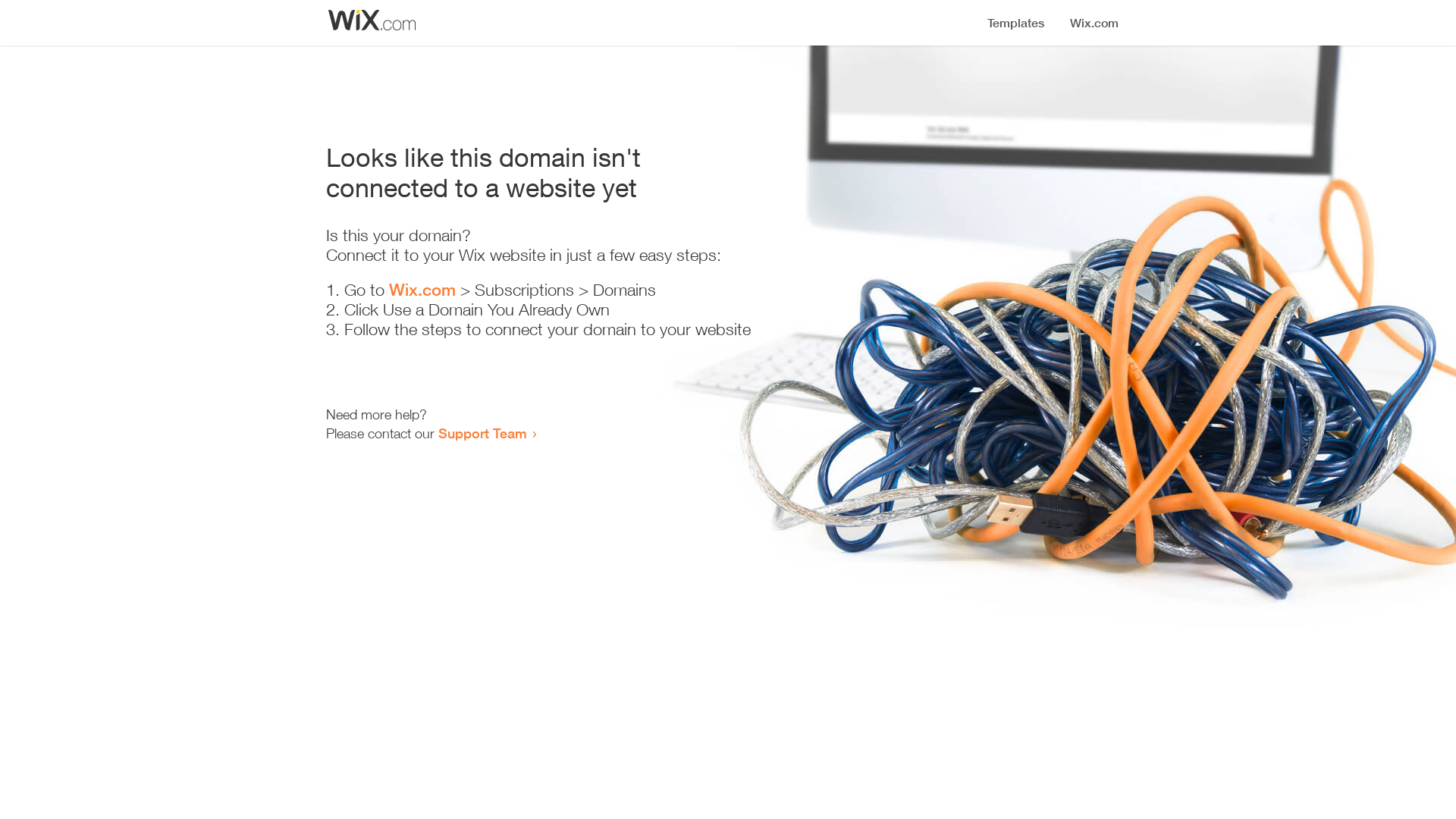 Image resolution: width=1456 pixels, height=819 pixels. Describe the element at coordinates (482, 432) in the screenshot. I see `'Support Team'` at that location.